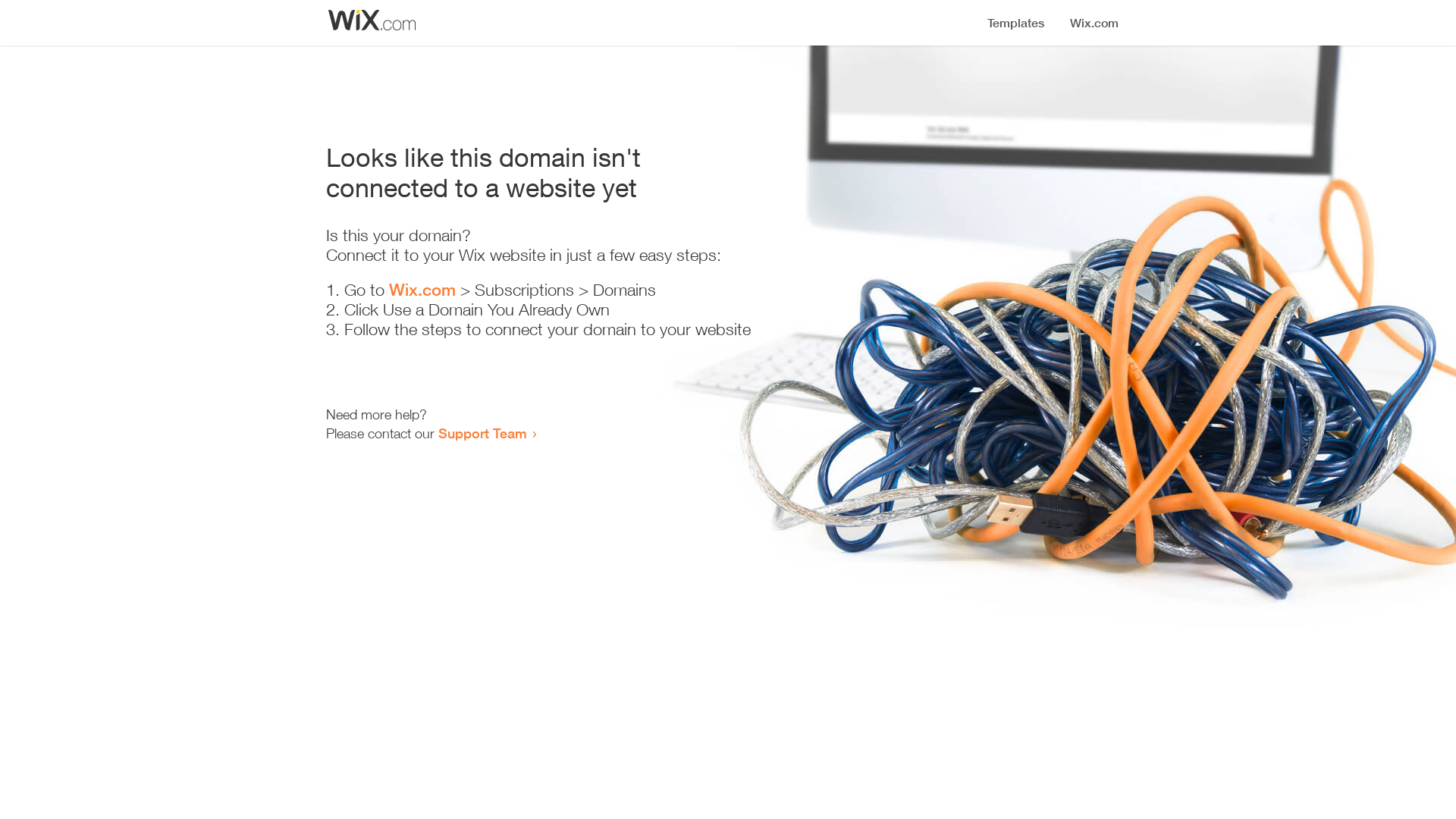 Image resolution: width=1456 pixels, height=819 pixels. Describe the element at coordinates (482, 432) in the screenshot. I see `'Support Team'` at that location.